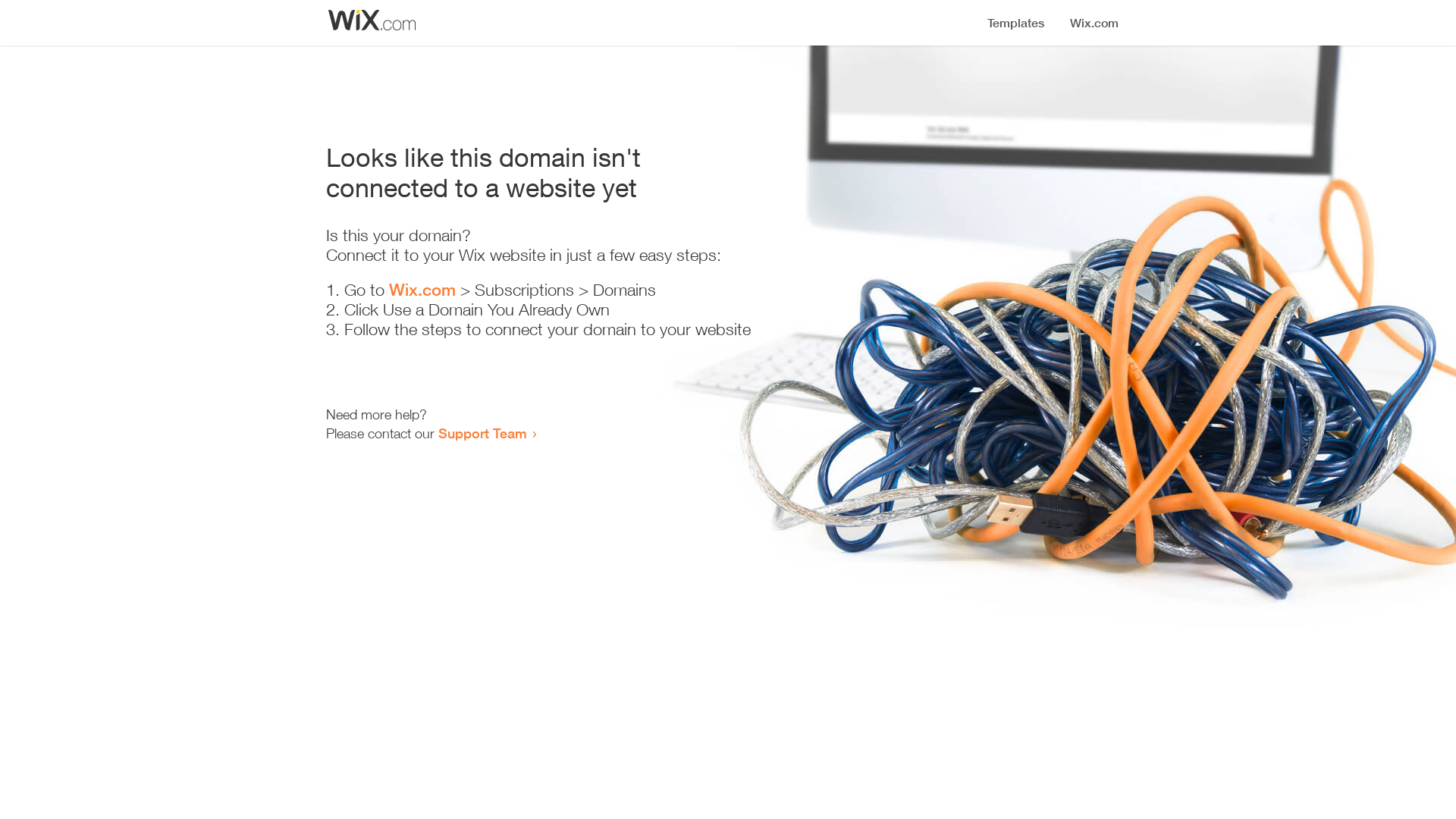 Image resolution: width=1456 pixels, height=819 pixels. Describe the element at coordinates (482, 432) in the screenshot. I see `'Support Team'` at that location.